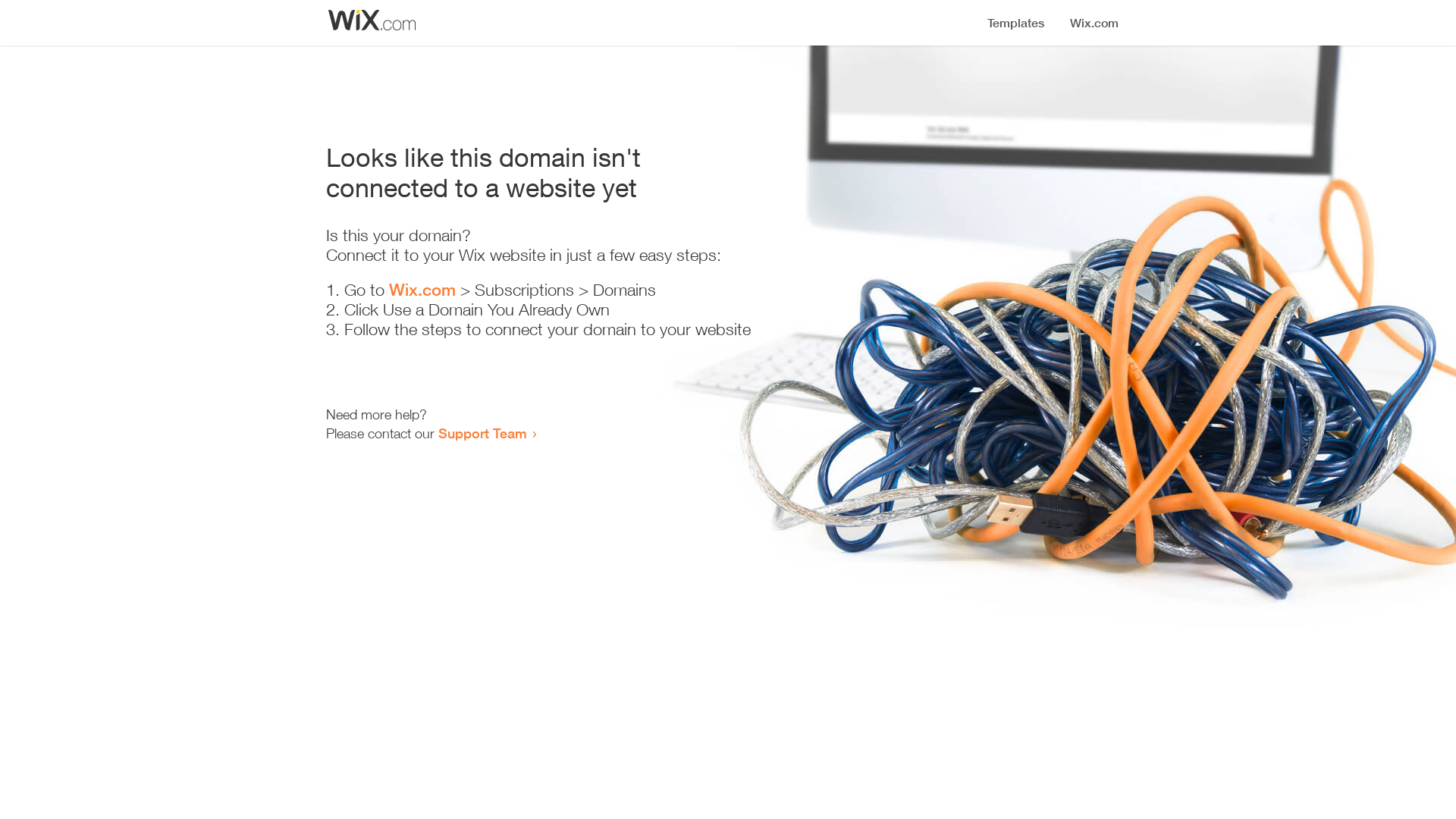 Image resolution: width=1456 pixels, height=819 pixels. Describe the element at coordinates (482, 432) in the screenshot. I see `'Support Team'` at that location.